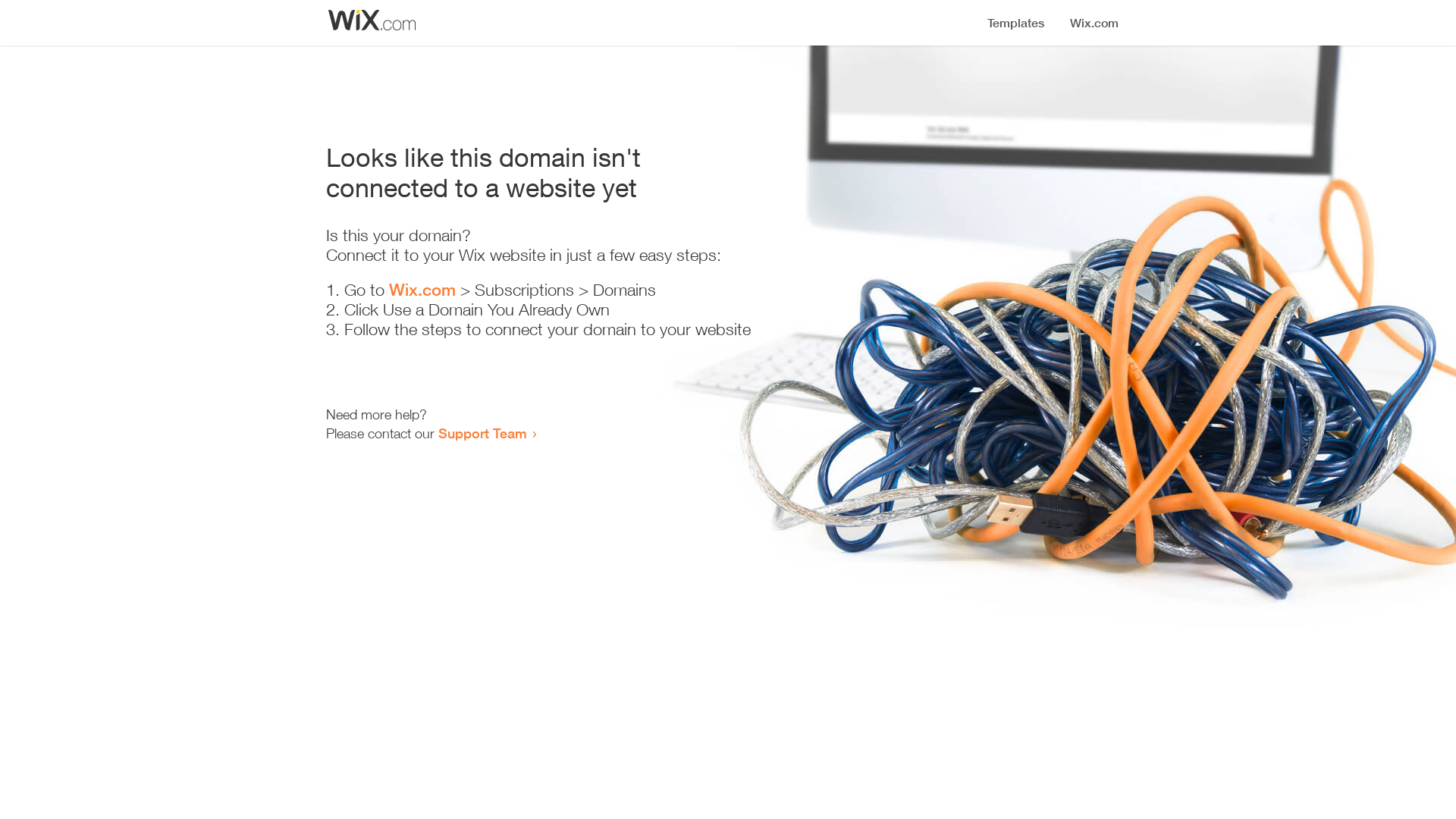 Image resolution: width=1456 pixels, height=819 pixels. Describe the element at coordinates (482, 432) in the screenshot. I see `'Support Team'` at that location.